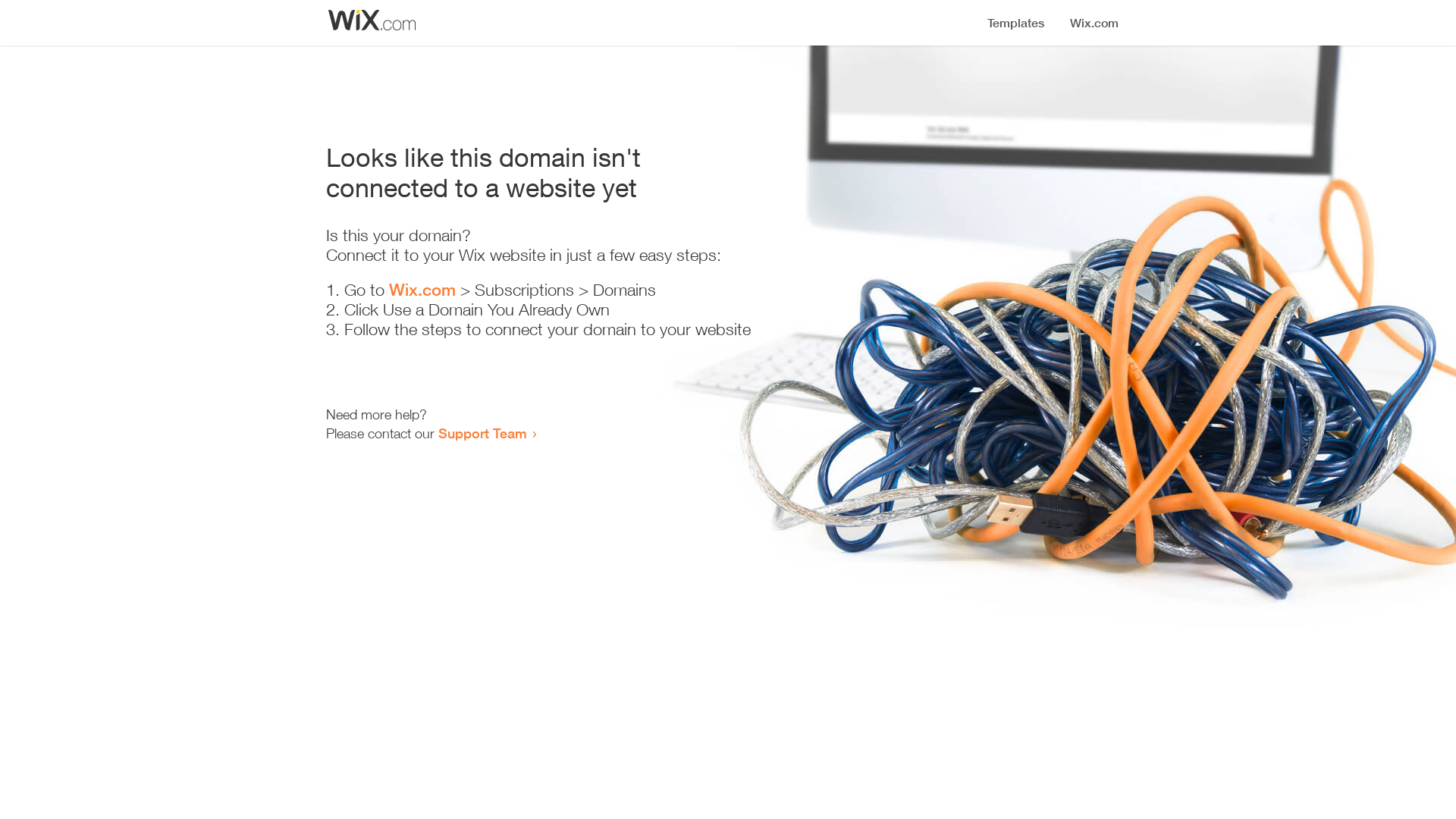 Image resolution: width=1456 pixels, height=819 pixels. Describe the element at coordinates (482, 432) in the screenshot. I see `'Support Team'` at that location.